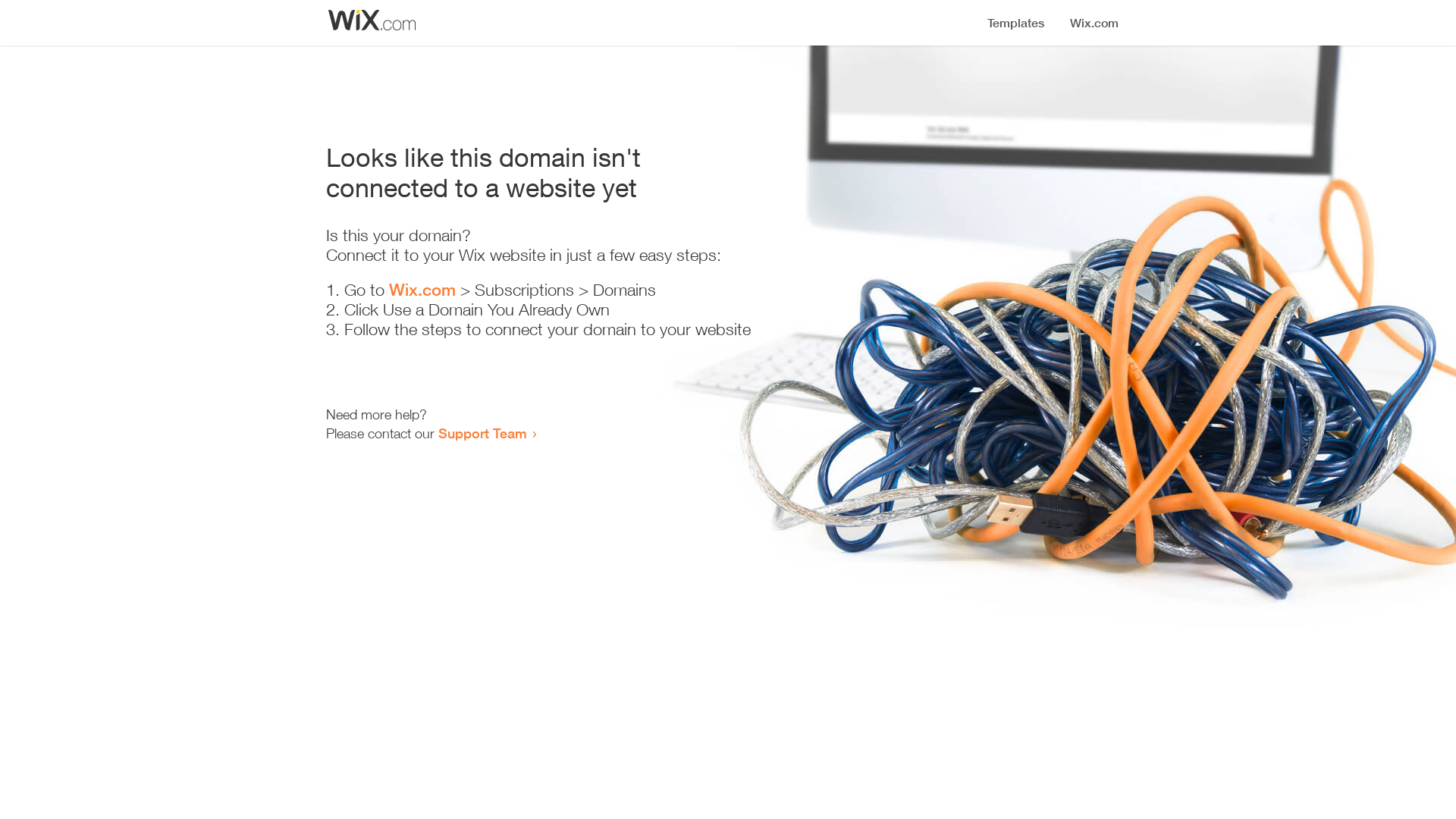 Image resolution: width=1456 pixels, height=819 pixels. Describe the element at coordinates (482, 432) in the screenshot. I see `'Support Team'` at that location.